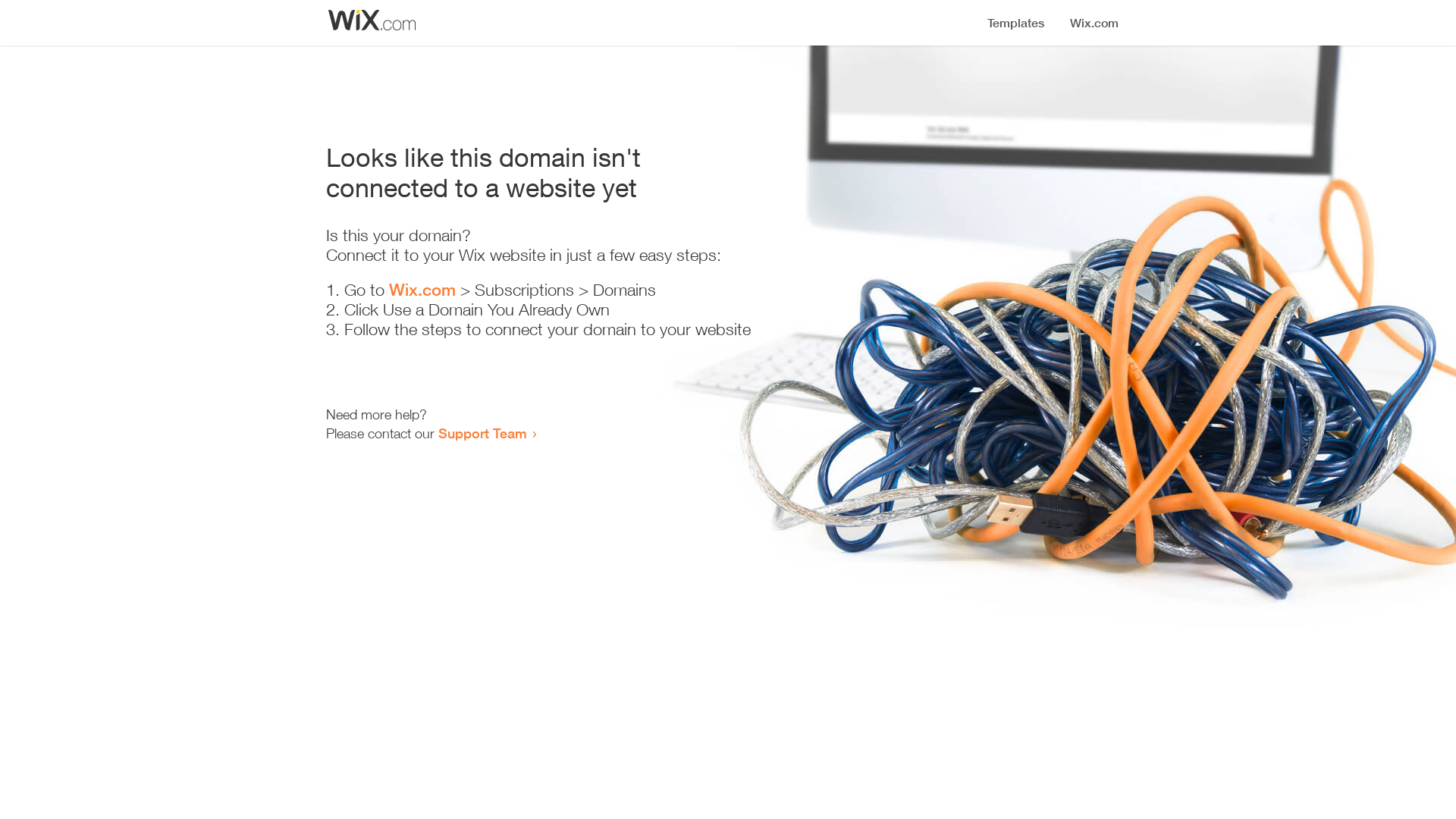 Image resolution: width=1456 pixels, height=819 pixels. Describe the element at coordinates (482, 432) in the screenshot. I see `'Support Team'` at that location.